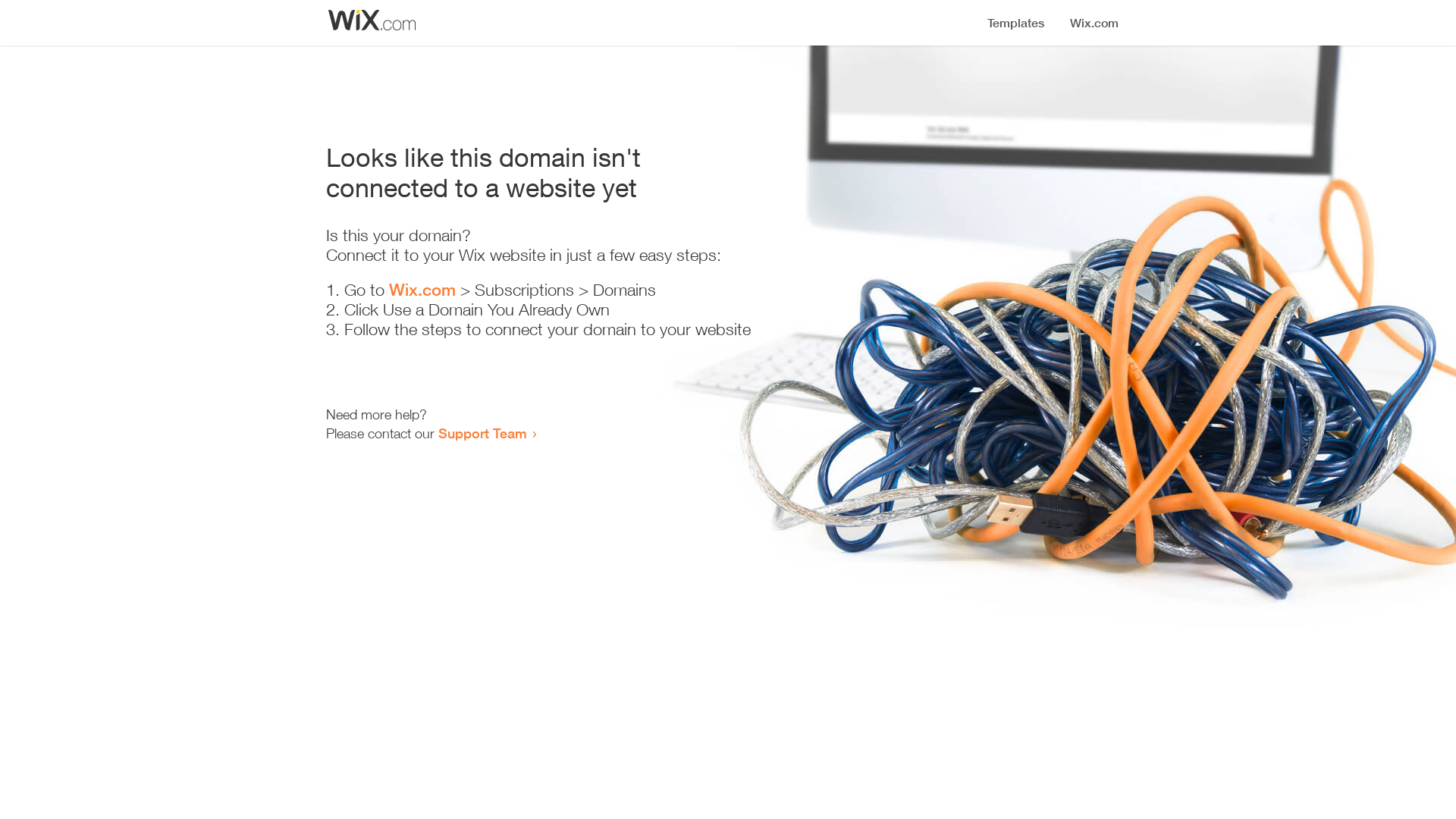 Image resolution: width=1456 pixels, height=819 pixels. Describe the element at coordinates (482, 432) in the screenshot. I see `'Support Team'` at that location.